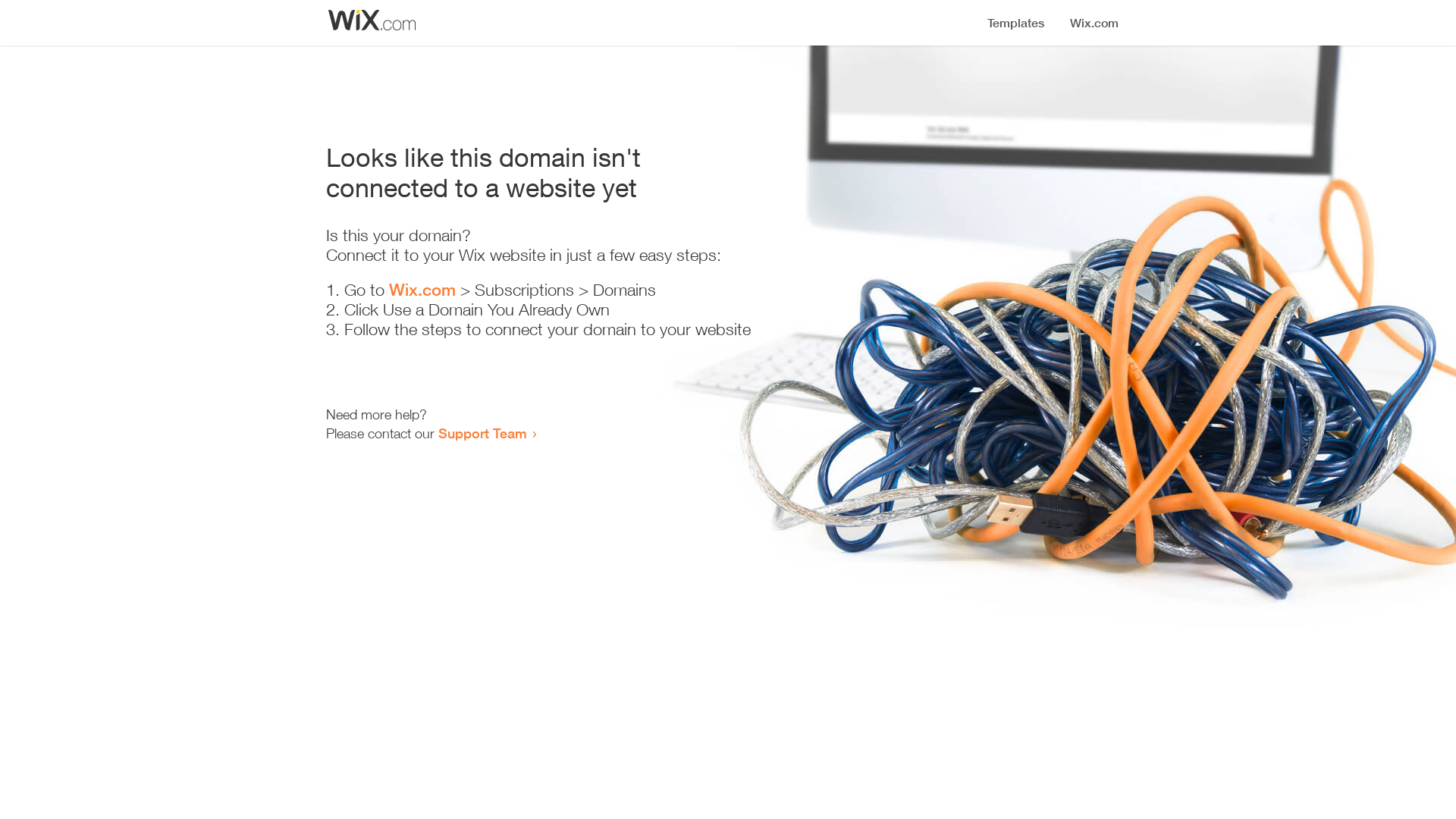 Image resolution: width=1456 pixels, height=819 pixels. Describe the element at coordinates (482, 432) in the screenshot. I see `'Support Team'` at that location.